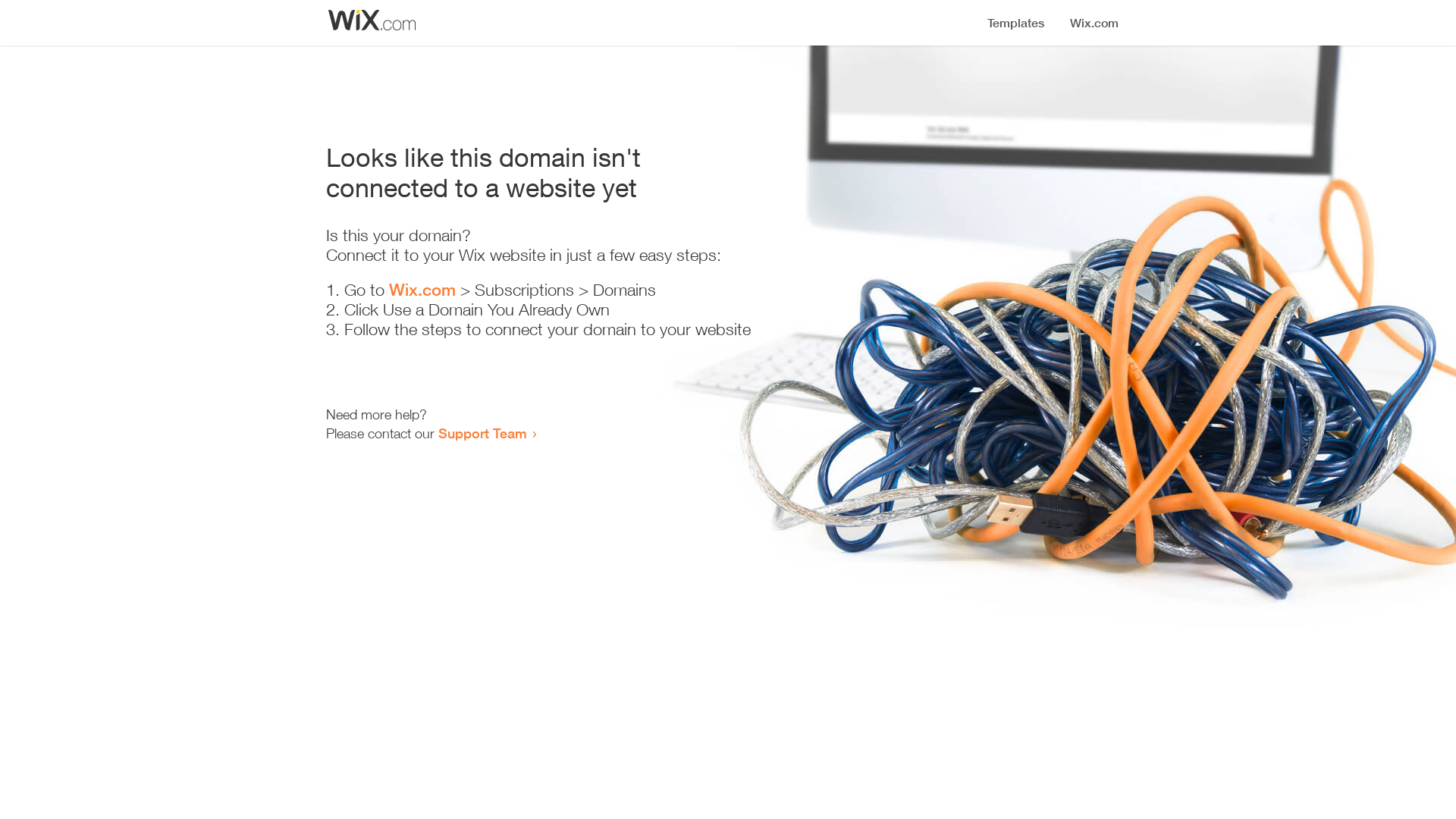 Image resolution: width=1456 pixels, height=819 pixels. Describe the element at coordinates (482, 432) in the screenshot. I see `'Support Team'` at that location.